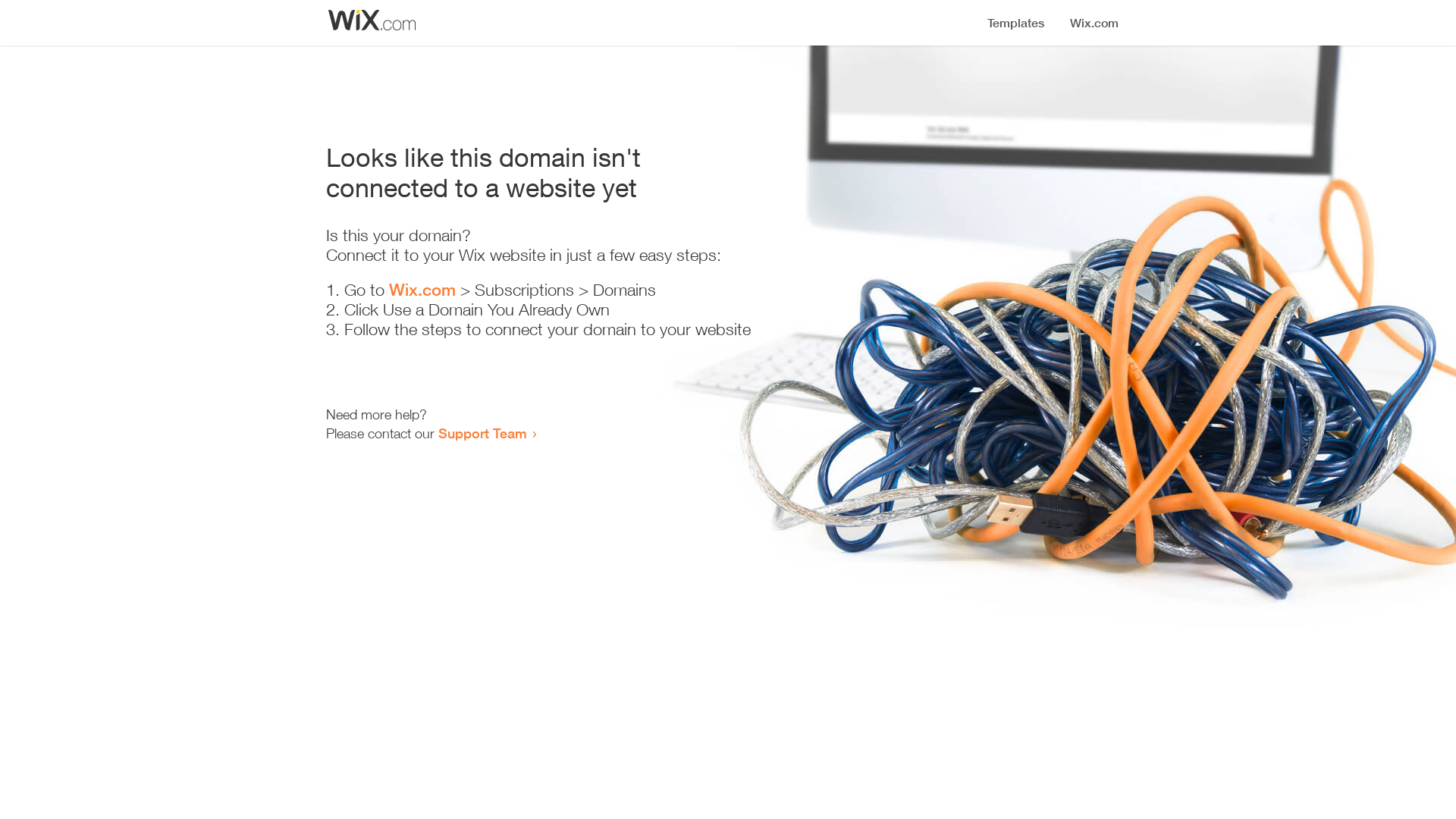 Image resolution: width=1456 pixels, height=819 pixels. Describe the element at coordinates (482, 432) in the screenshot. I see `'Support Team'` at that location.